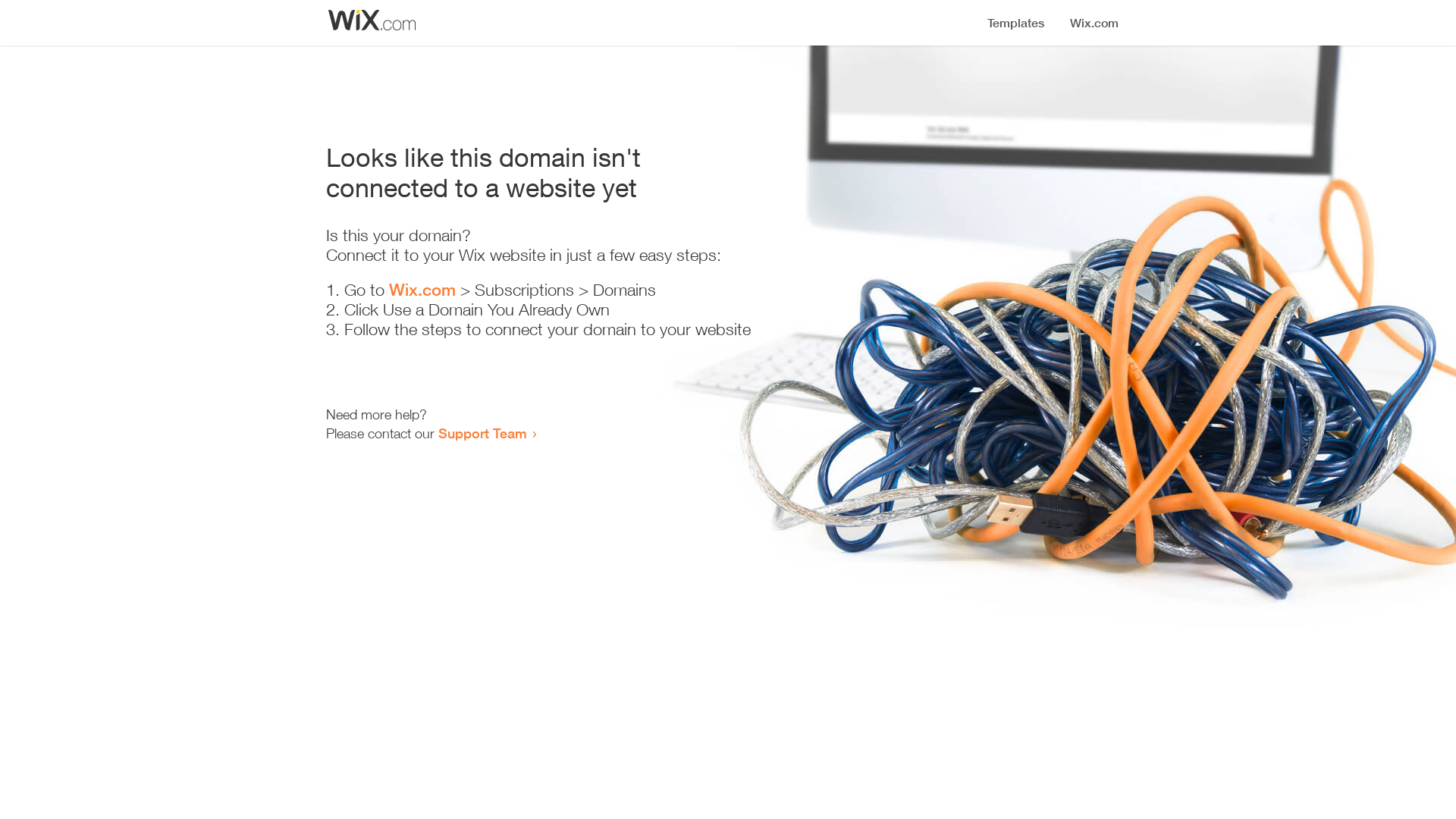 Image resolution: width=1456 pixels, height=819 pixels. Describe the element at coordinates (482, 432) in the screenshot. I see `'Support Team'` at that location.